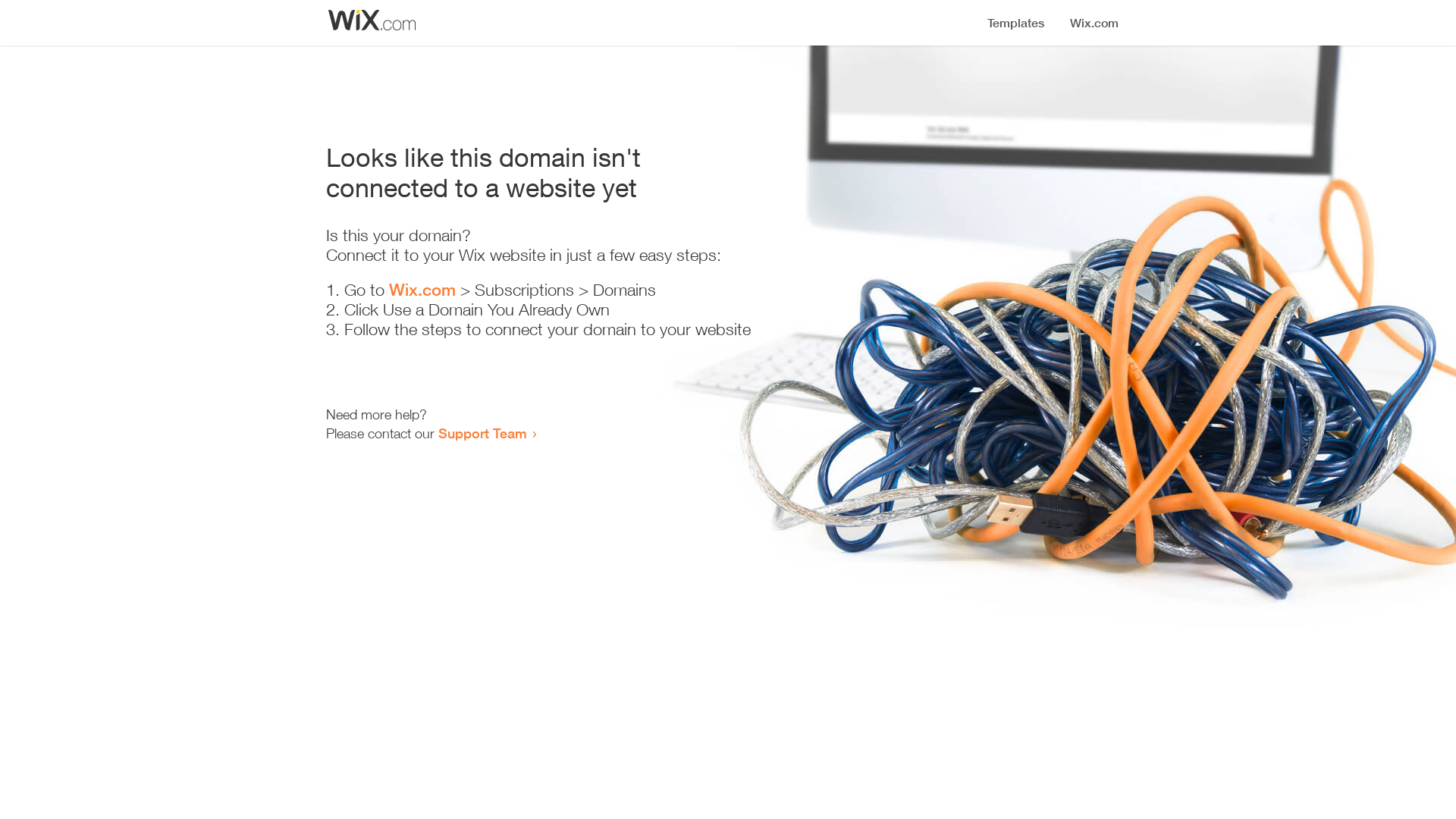 Image resolution: width=1456 pixels, height=819 pixels. Describe the element at coordinates (482, 432) in the screenshot. I see `'Support Team'` at that location.